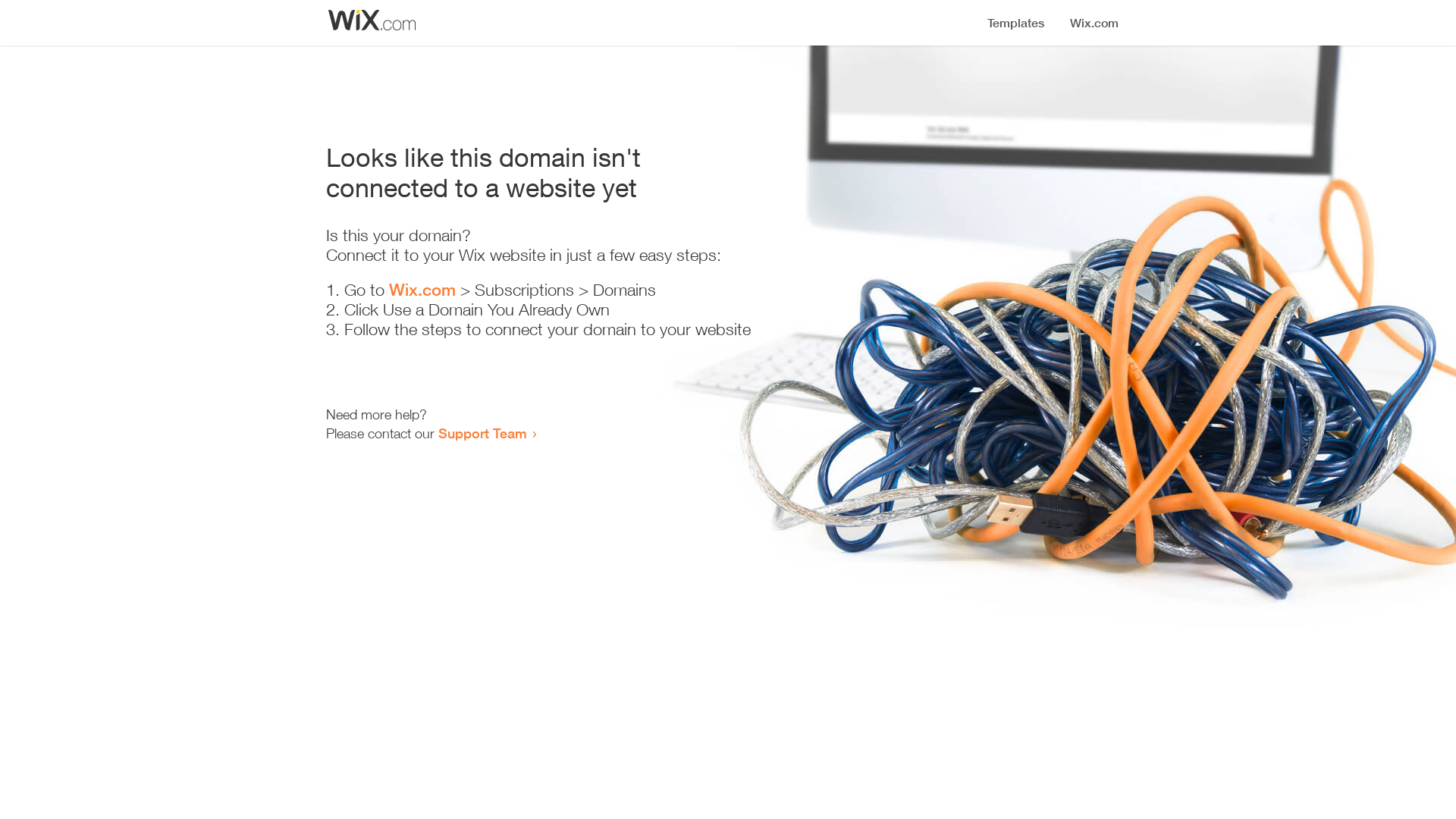 Image resolution: width=1456 pixels, height=819 pixels. Describe the element at coordinates (482, 432) in the screenshot. I see `'Support Team'` at that location.